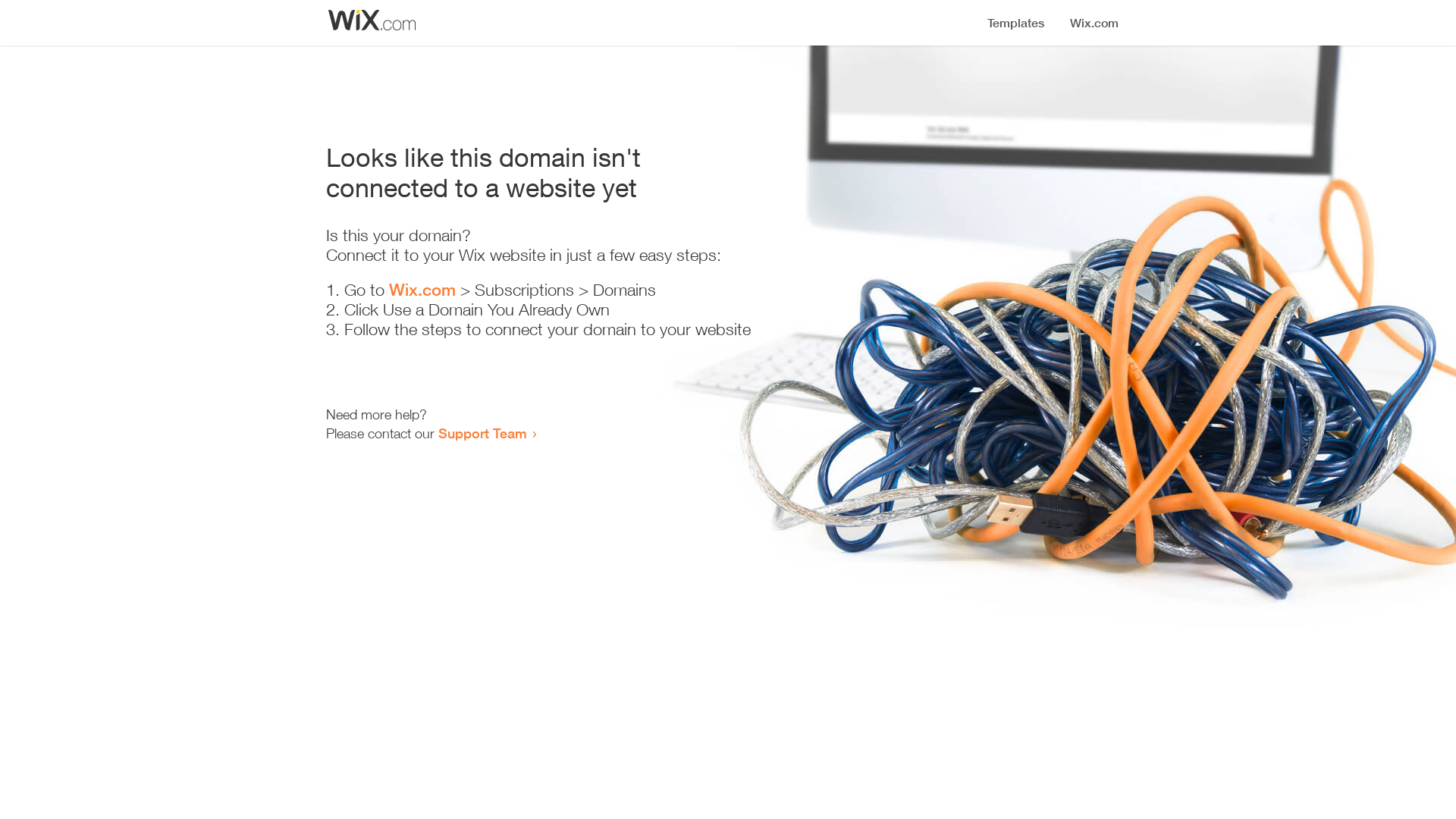 Image resolution: width=1456 pixels, height=819 pixels. Describe the element at coordinates (482, 432) in the screenshot. I see `'Support Team'` at that location.